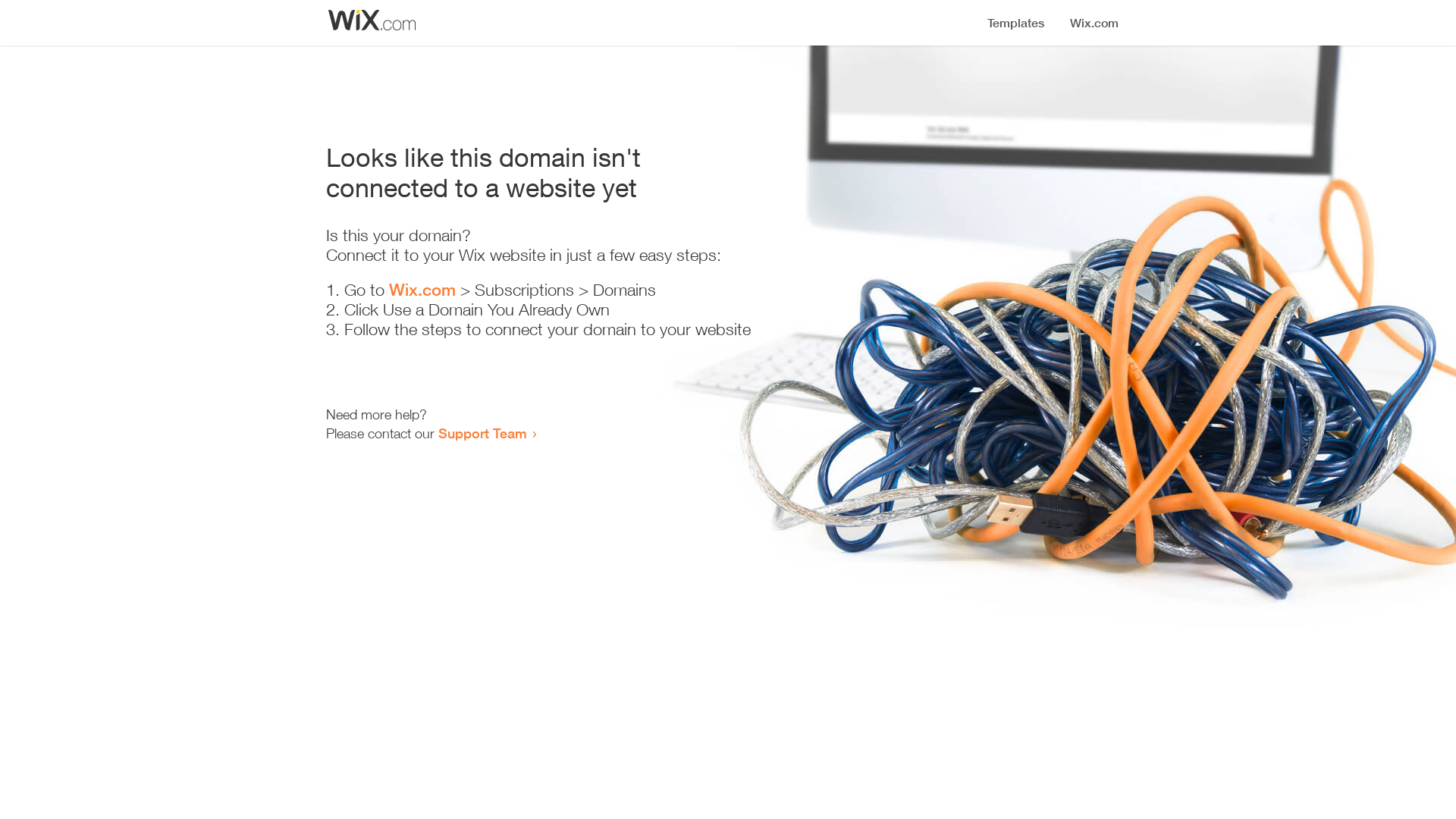 Image resolution: width=1456 pixels, height=819 pixels. Describe the element at coordinates (482, 432) in the screenshot. I see `'Support Team'` at that location.